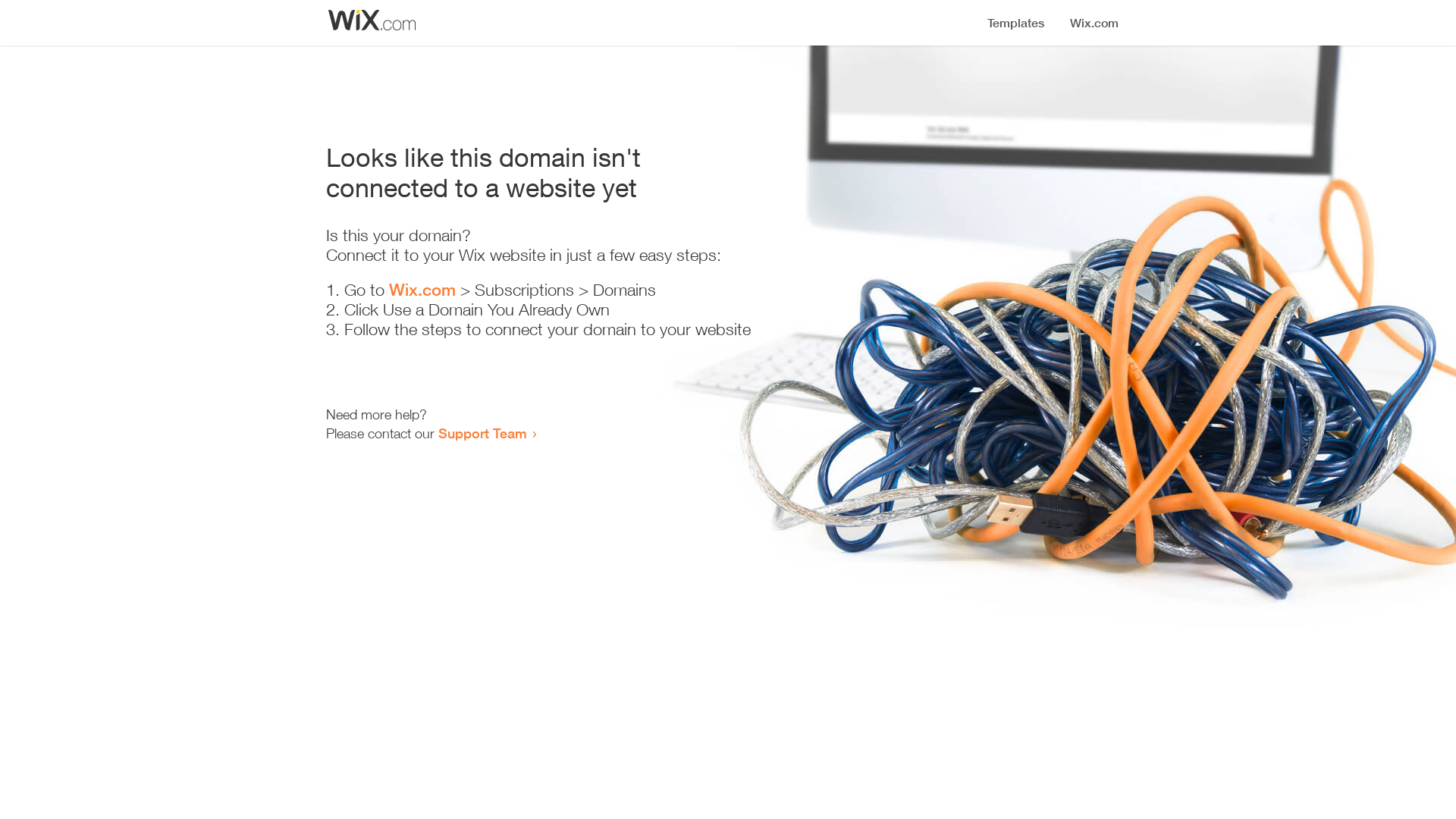 Image resolution: width=1456 pixels, height=819 pixels. Describe the element at coordinates (482, 432) in the screenshot. I see `'Support Team'` at that location.